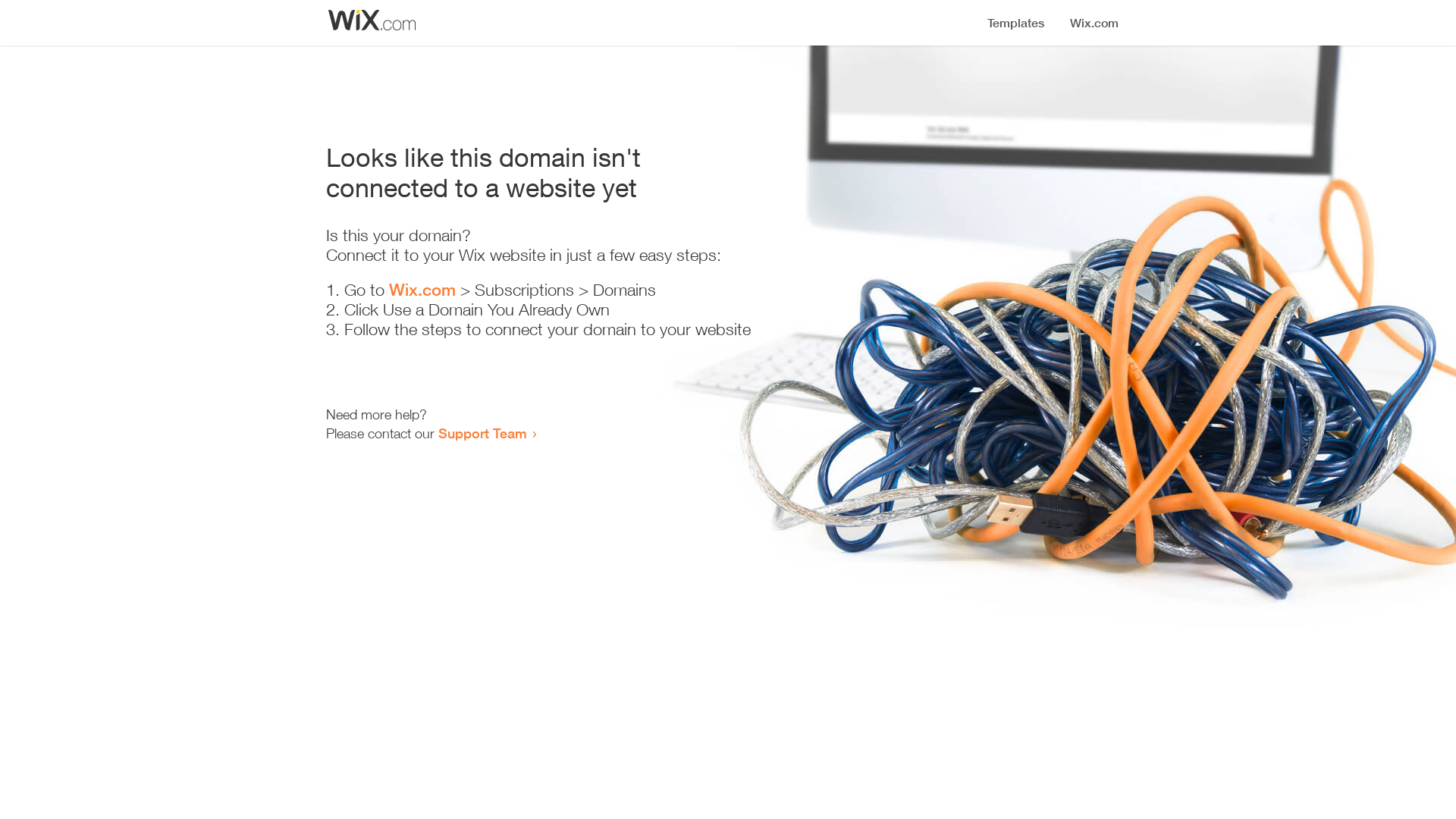 Image resolution: width=1456 pixels, height=819 pixels. Describe the element at coordinates (482, 432) in the screenshot. I see `'Support Team'` at that location.